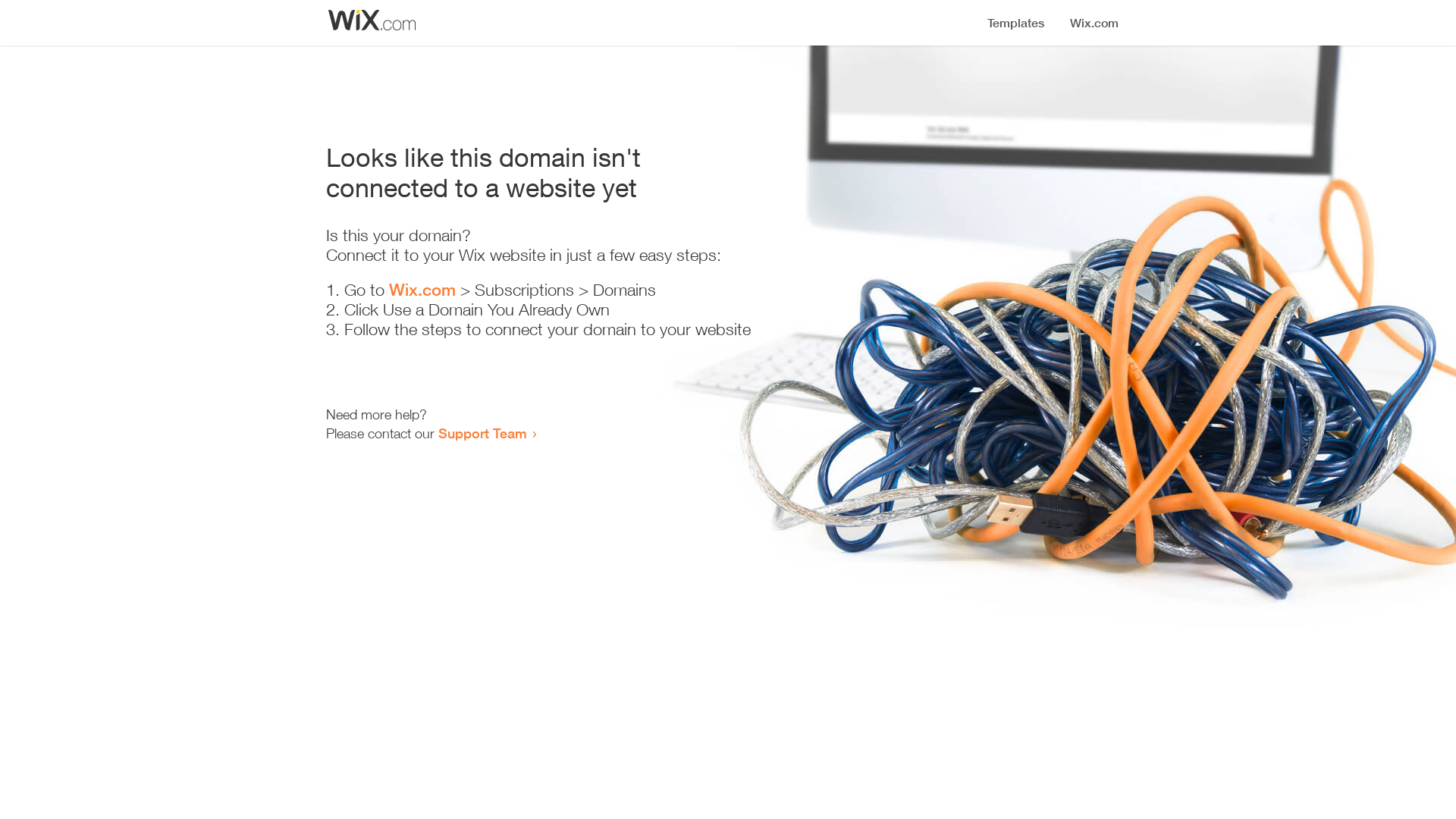 Image resolution: width=1456 pixels, height=819 pixels. Describe the element at coordinates (482, 432) in the screenshot. I see `'Support Team'` at that location.